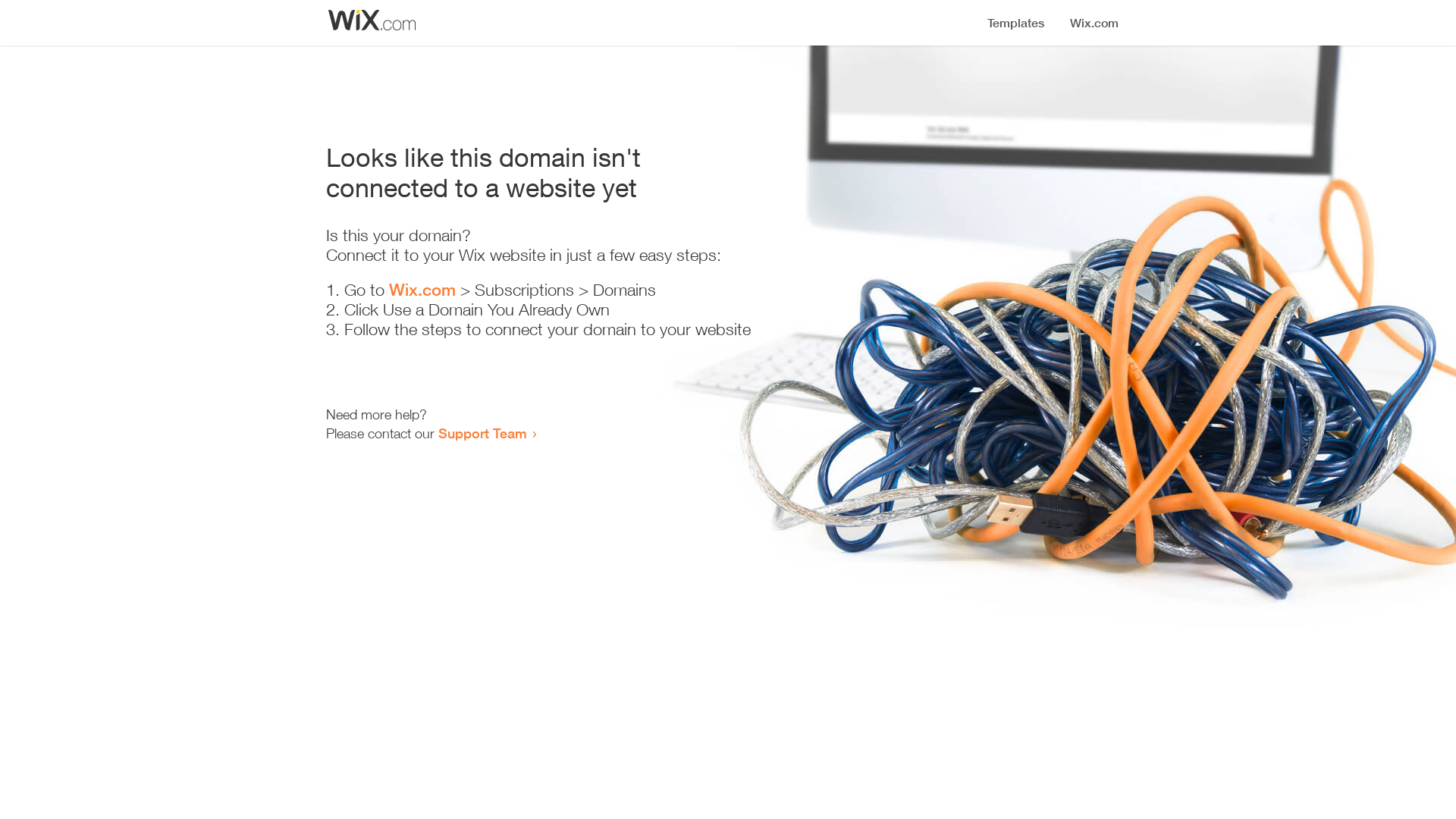 Image resolution: width=1456 pixels, height=819 pixels. Describe the element at coordinates (482, 432) in the screenshot. I see `'Support Team'` at that location.